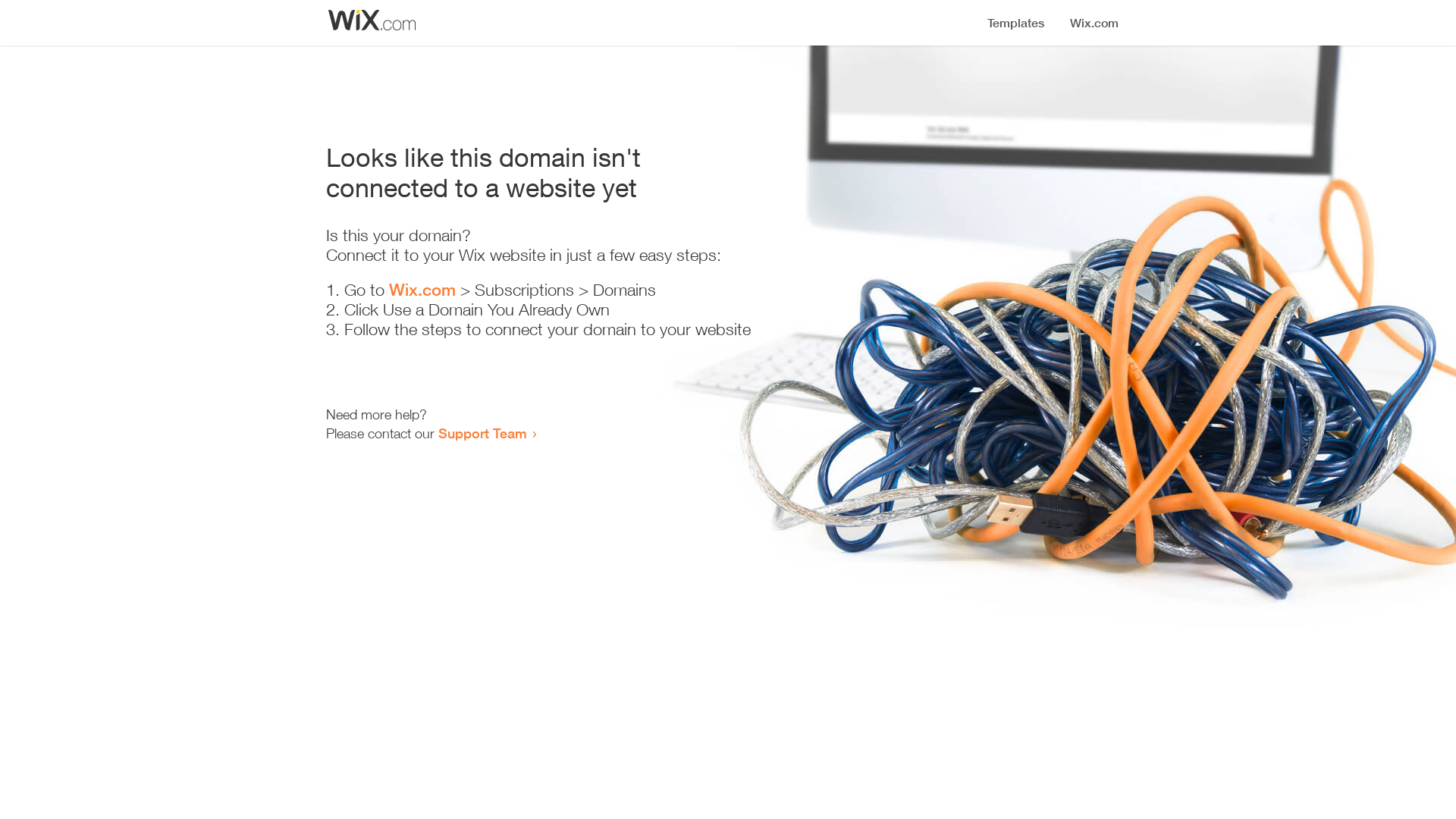 Image resolution: width=1456 pixels, height=819 pixels. Describe the element at coordinates (482, 432) in the screenshot. I see `'Support Team'` at that location.